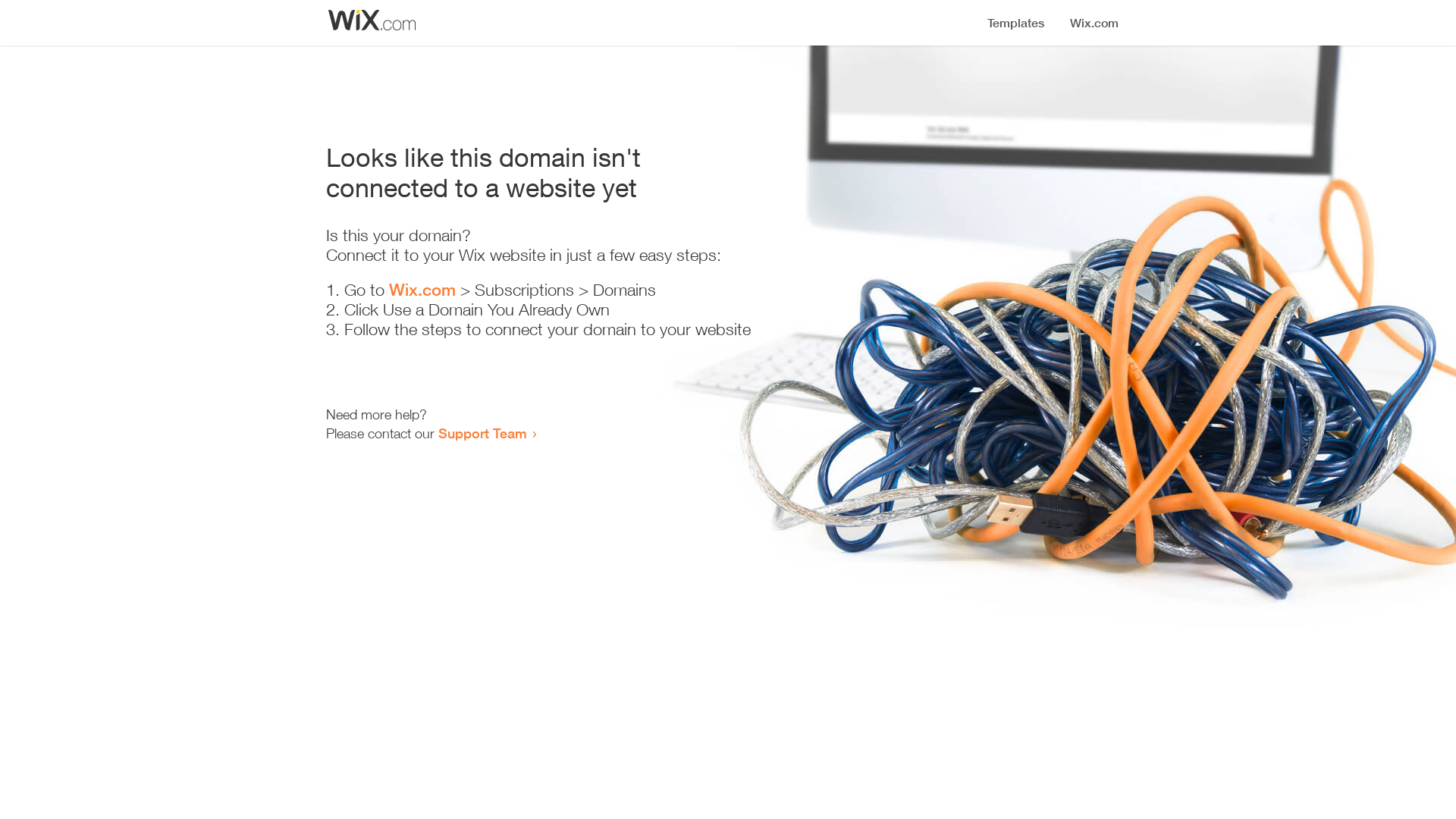 Image resolution: width=1456 pixels, height=819 pixels. Describe the element at coordinates (482, 432) in the screenshot. I see `'Support Team'` at that location.